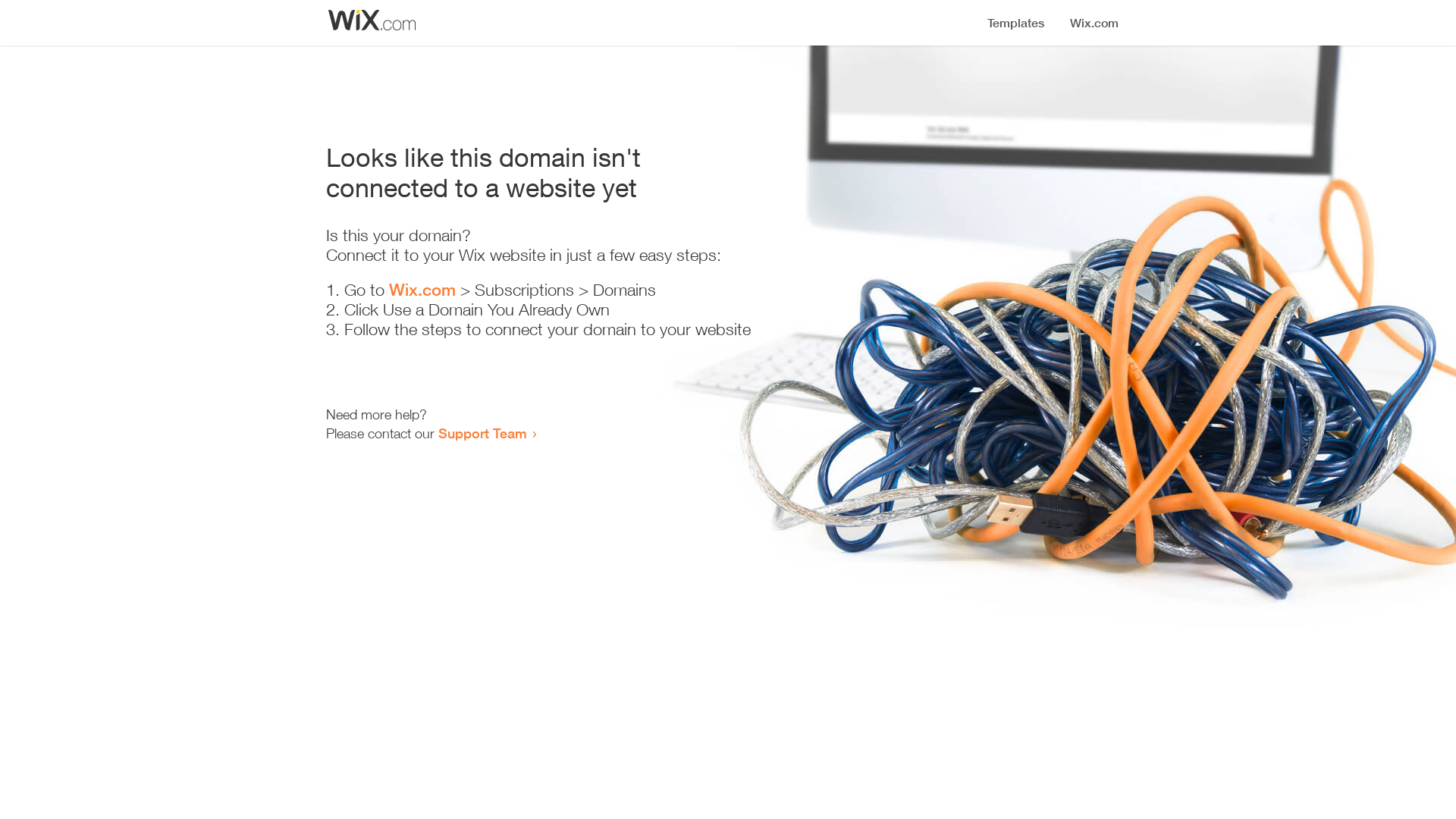 Image resolution: width=1456 pixels, height=819 pixels. Describe the element at coordinates (482, 432) in the screenshot. I see `'Support Team'` at that location.